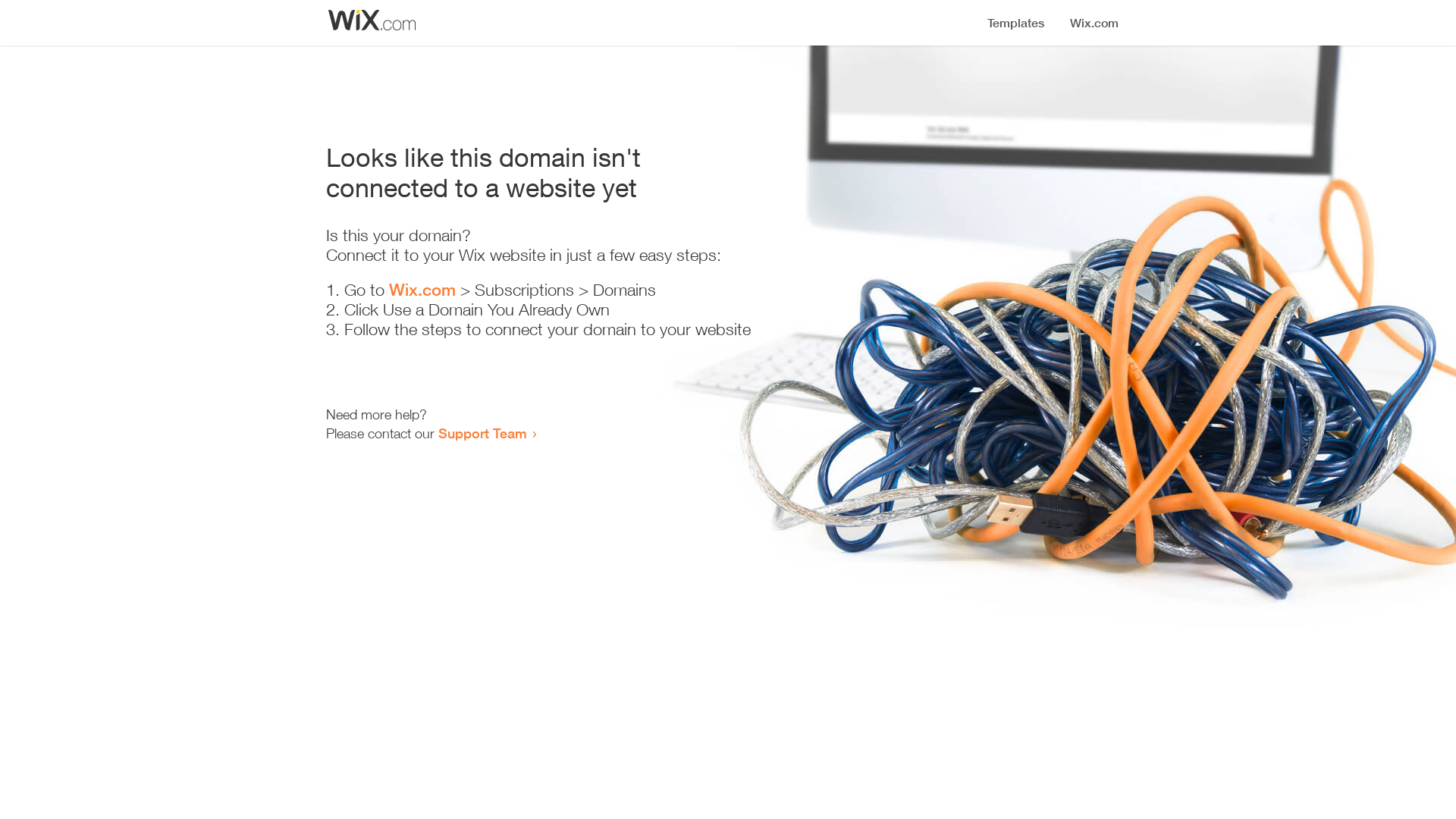 Image resolution: width=1456 pixels, height=819 pixels. Describe the element at coordinates (482, 432) in the screenshot. I see `'Support Team'` at that location.